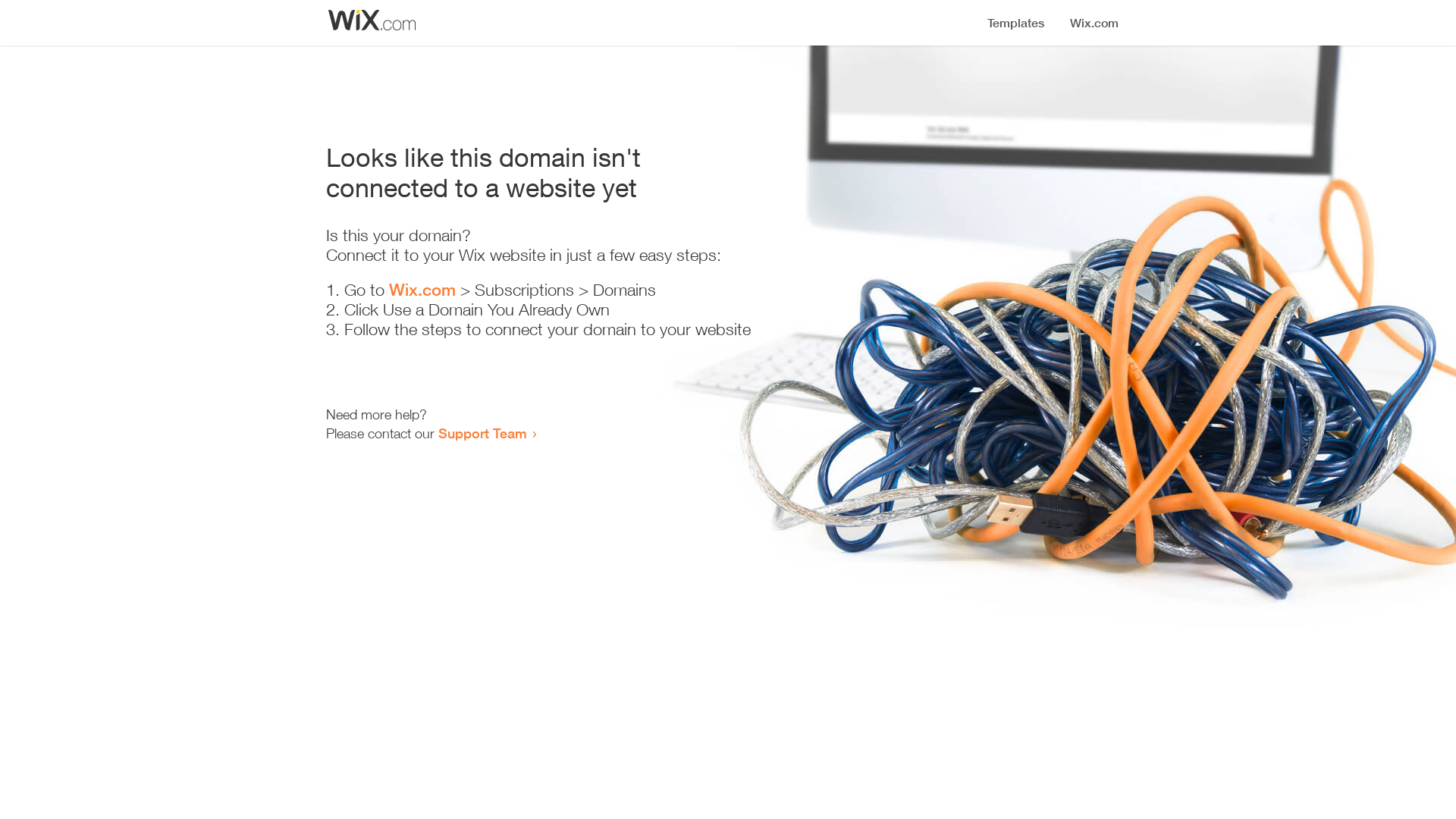 Image resolution: width=1456 pixels, height=819 pixels. Describe the element at coordinates (482, 432) in the screenshot. I see `'Support Team'` at that location.